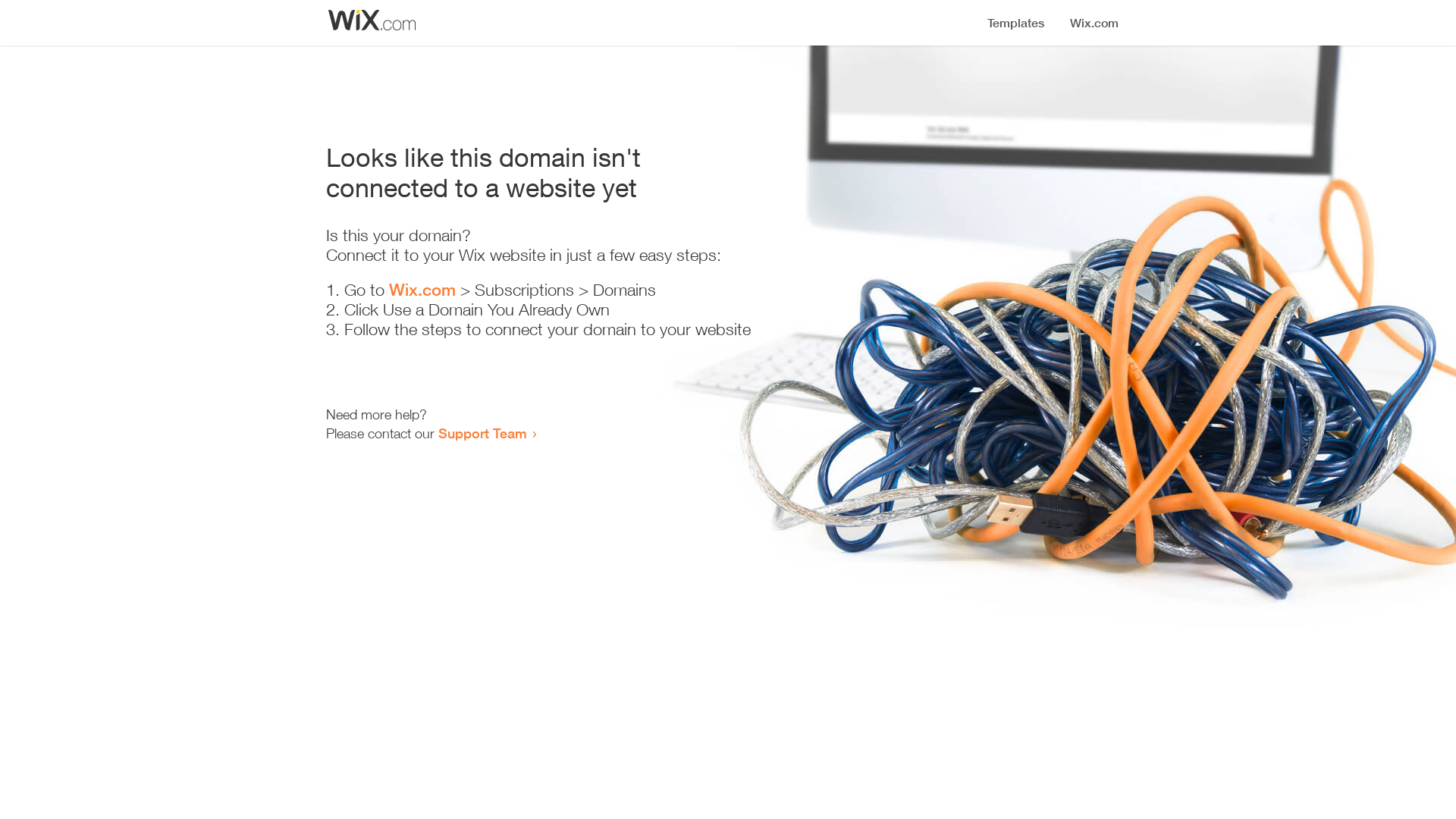 Image resolution: width=1456 pixels, height=819 pixels. Describe the element at coordinates (482, 432) in the screenshot. I see `'Support Team'` at that location.